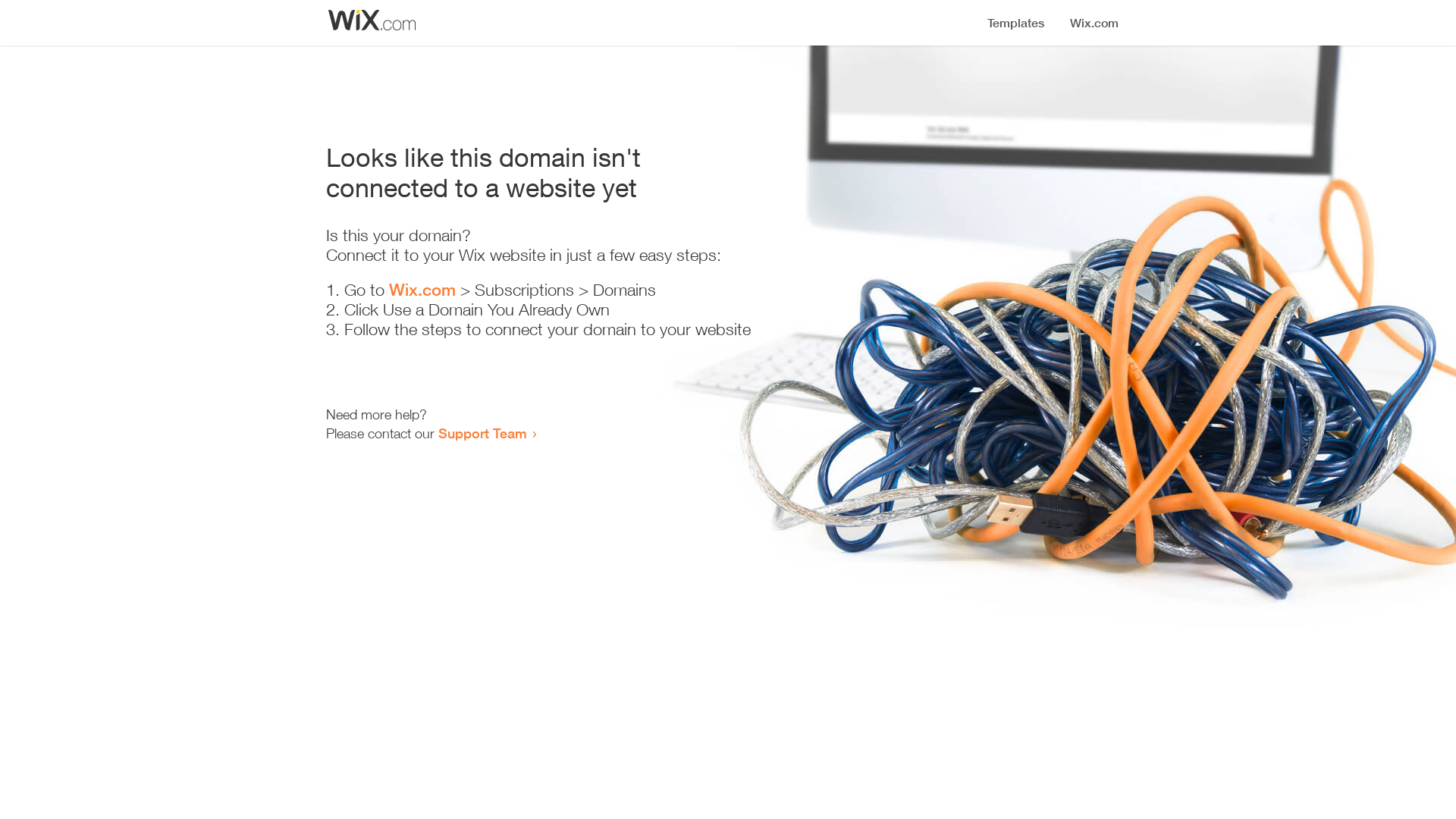 Image resolution: width=1456 pixels, height=819 pixels. Describe the element at coordinates (482, 432) in the screenshot. I see `'Support Team'` at that location.